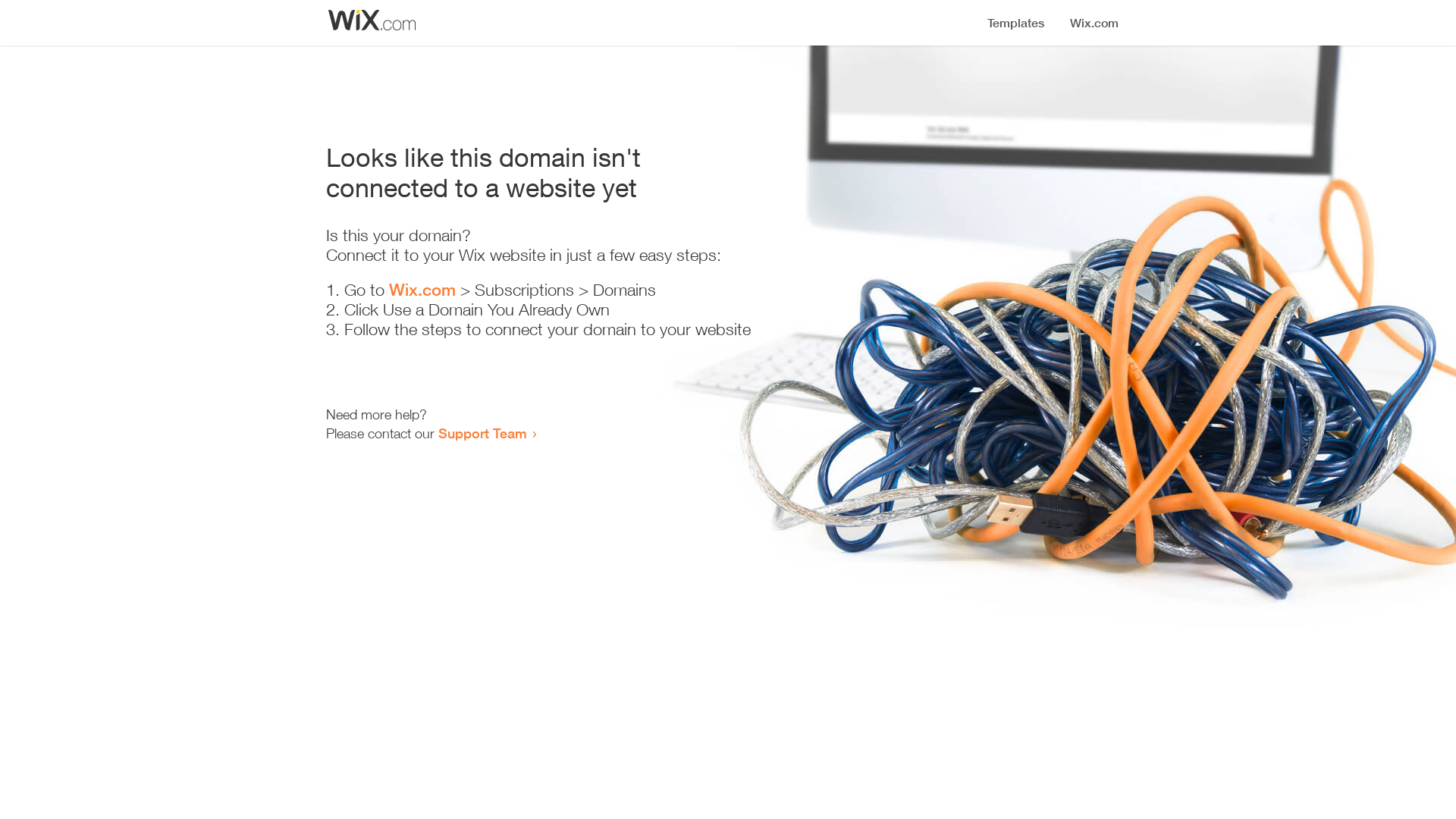 Image resolution: width=1456 pixels, height=819 pixels. Describe the element at coordinates (482, 432) in the screenshot. I see `'Support Team'` at that location.